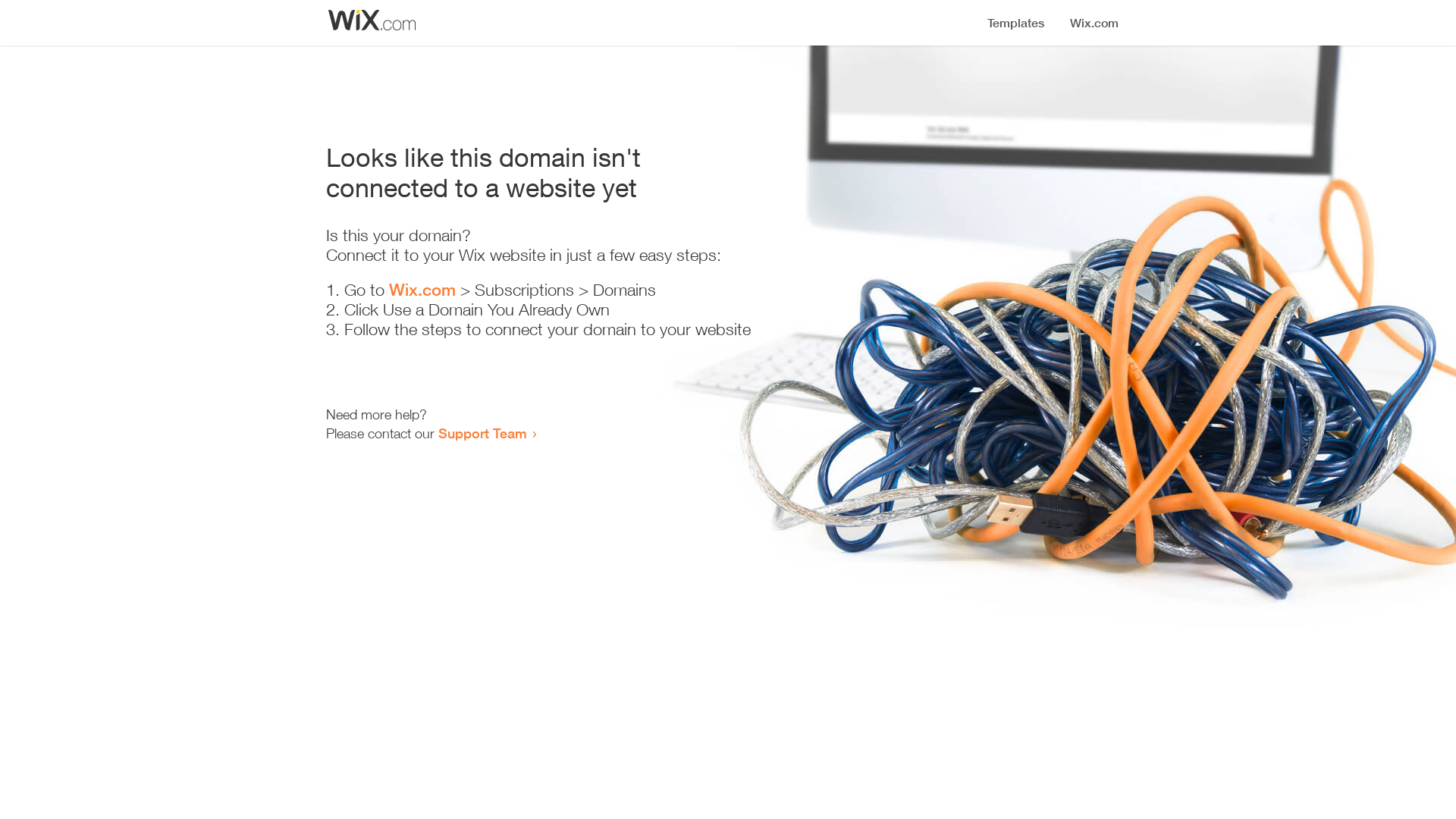 Image resolution: width=1456 pixels, height=819 pixels. Describe the element at coordinates (482, 432) in the screenshot. I see `'Support Team'` at that location.